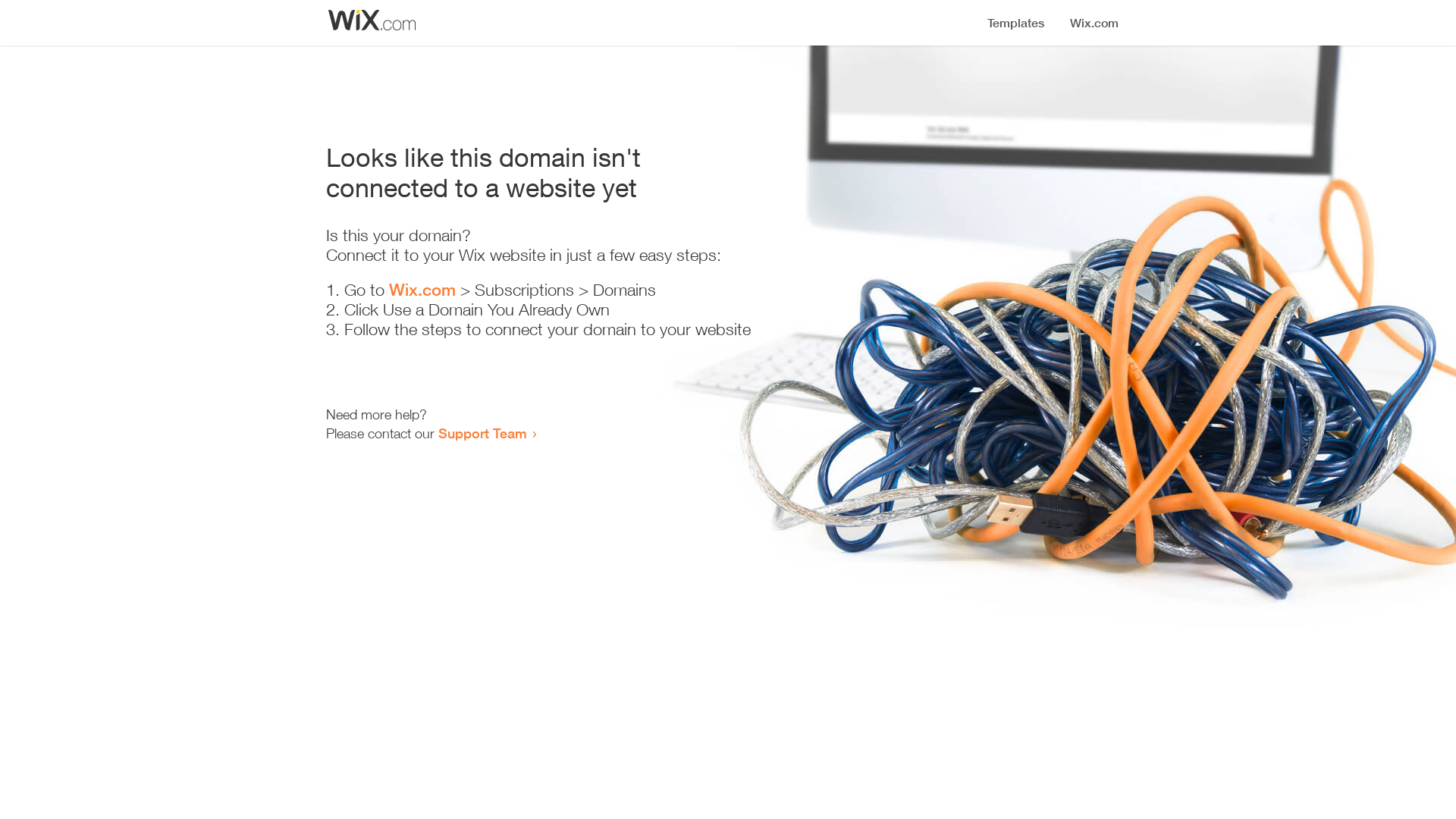 Image resolution: width=1456 pixels, height=819 pixels. Describe the element at coordinates (482, 432) in the screenshot. I see `'Support Team'` at that location.